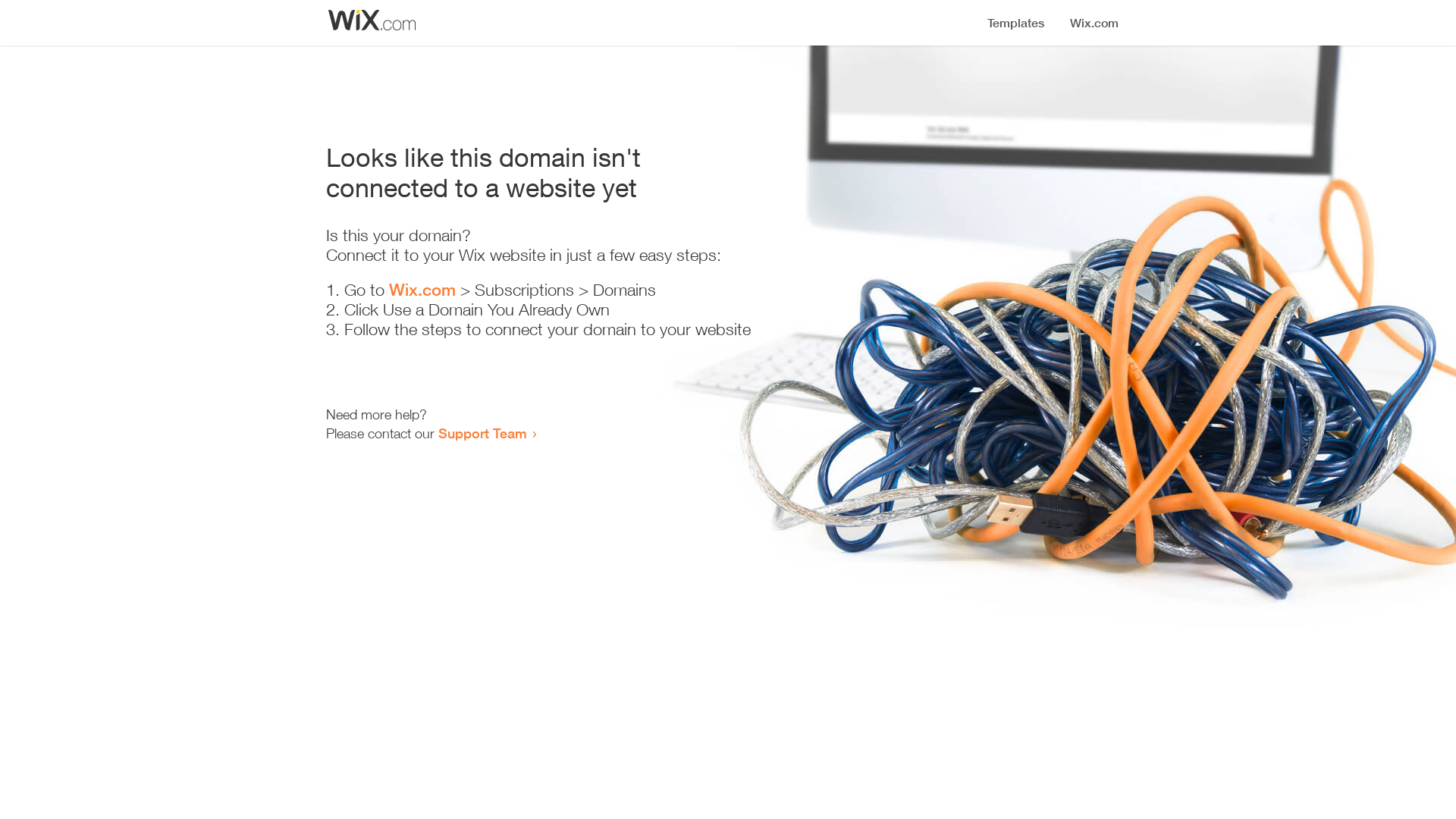 Image resolution: width=1456 pixels, height=819 pixels. Describe the element at coordinates (482, 432) in the screenshot. I see `'Support Team'` at that location.